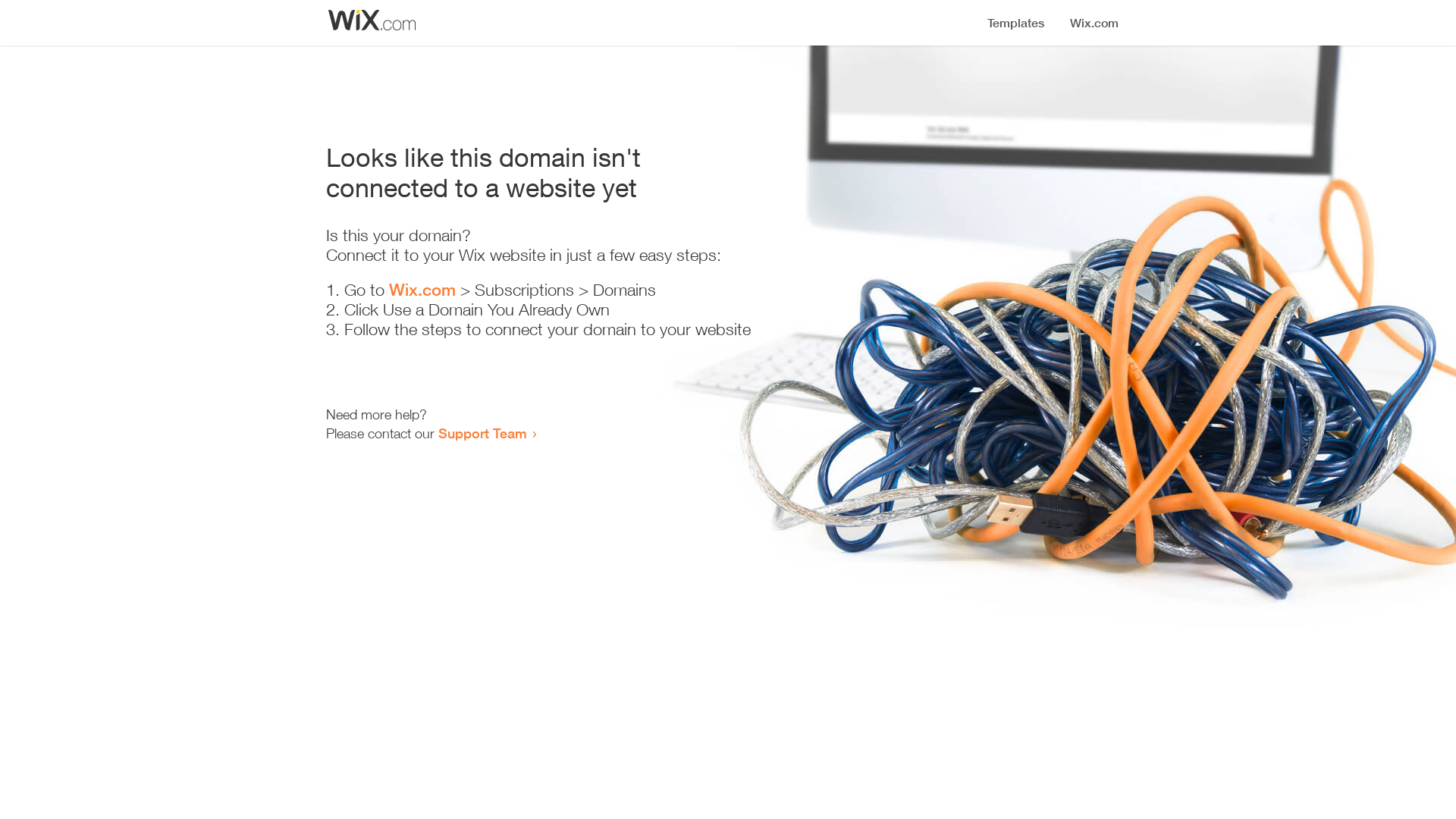 Image resolution: width=1456 pixels, height=819 pixels. Describe the element at coordinates (482, 432) in the screenshot. I see `'Support Team'` at that location.